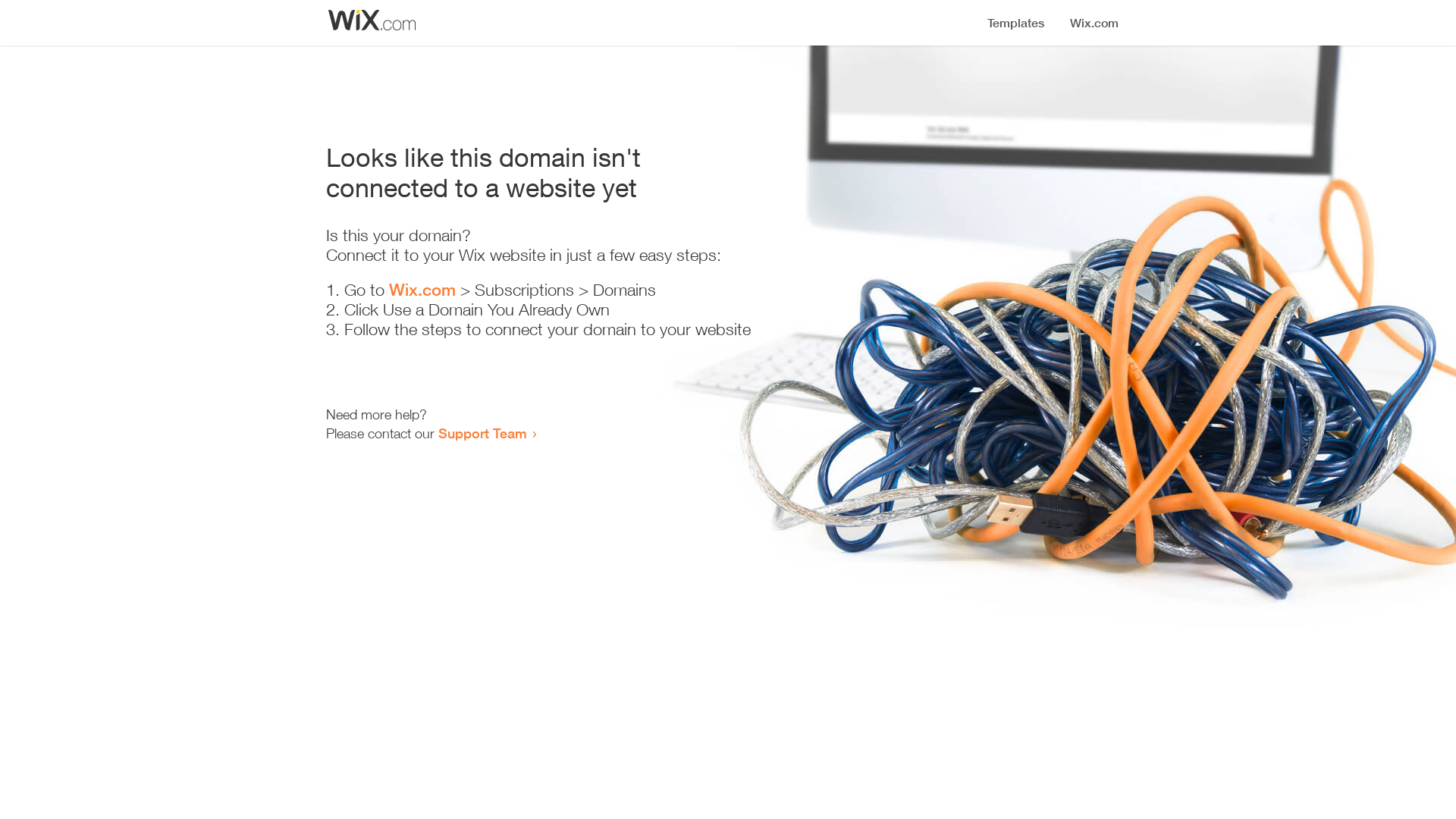 Image resolution: width=1456 pixels, height=819 pixels. Describe the element at coordinates (482, 432) in the screenshot. I see `'Support Team'` at that location.